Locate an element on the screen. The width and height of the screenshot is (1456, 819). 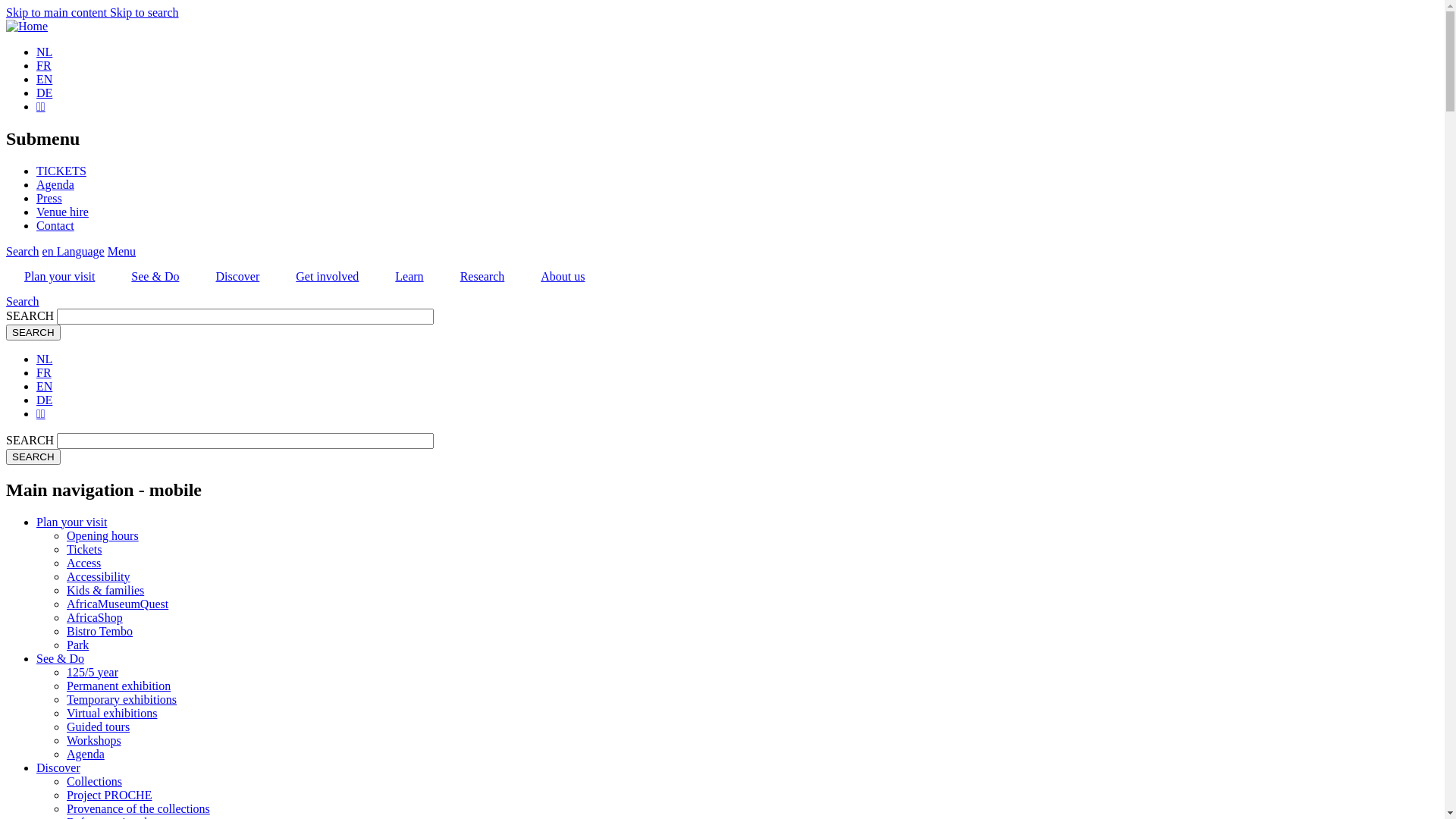
'Learn' is located at coordinates (377, 277).